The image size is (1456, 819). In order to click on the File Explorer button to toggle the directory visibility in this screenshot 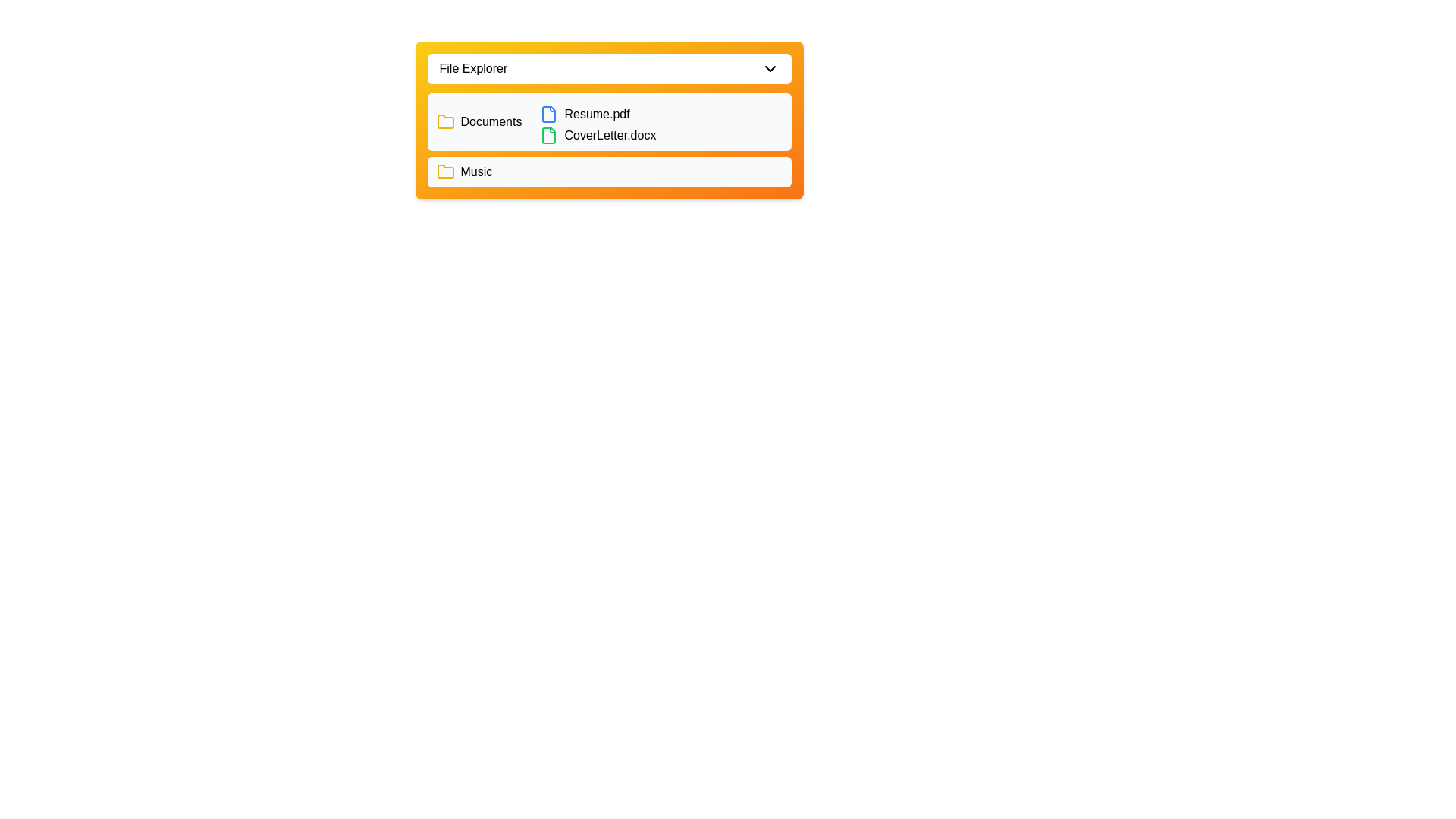, I will do `click(609, 69)`.